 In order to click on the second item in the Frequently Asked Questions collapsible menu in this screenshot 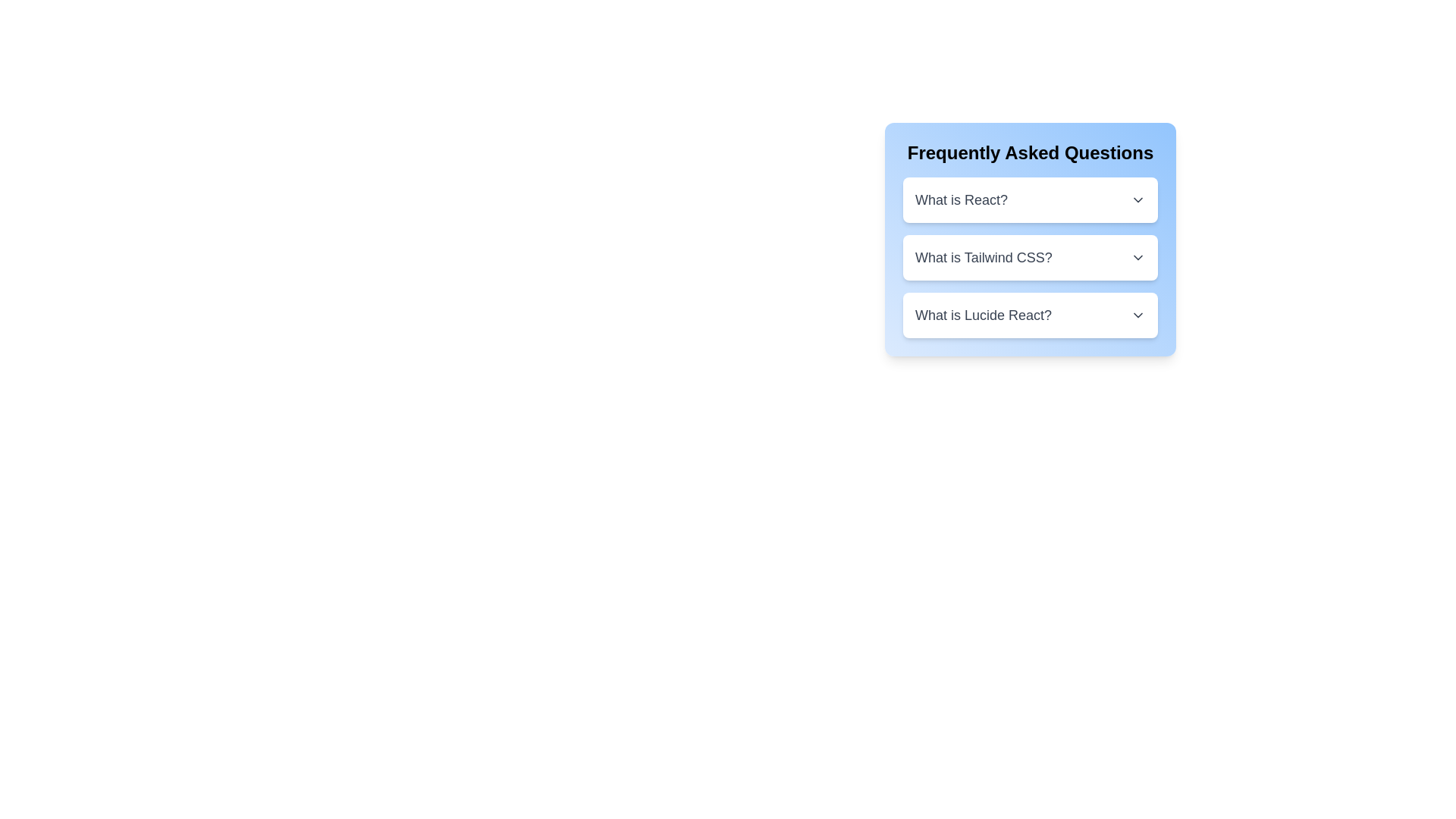, I will do `click(1030, 239)`.